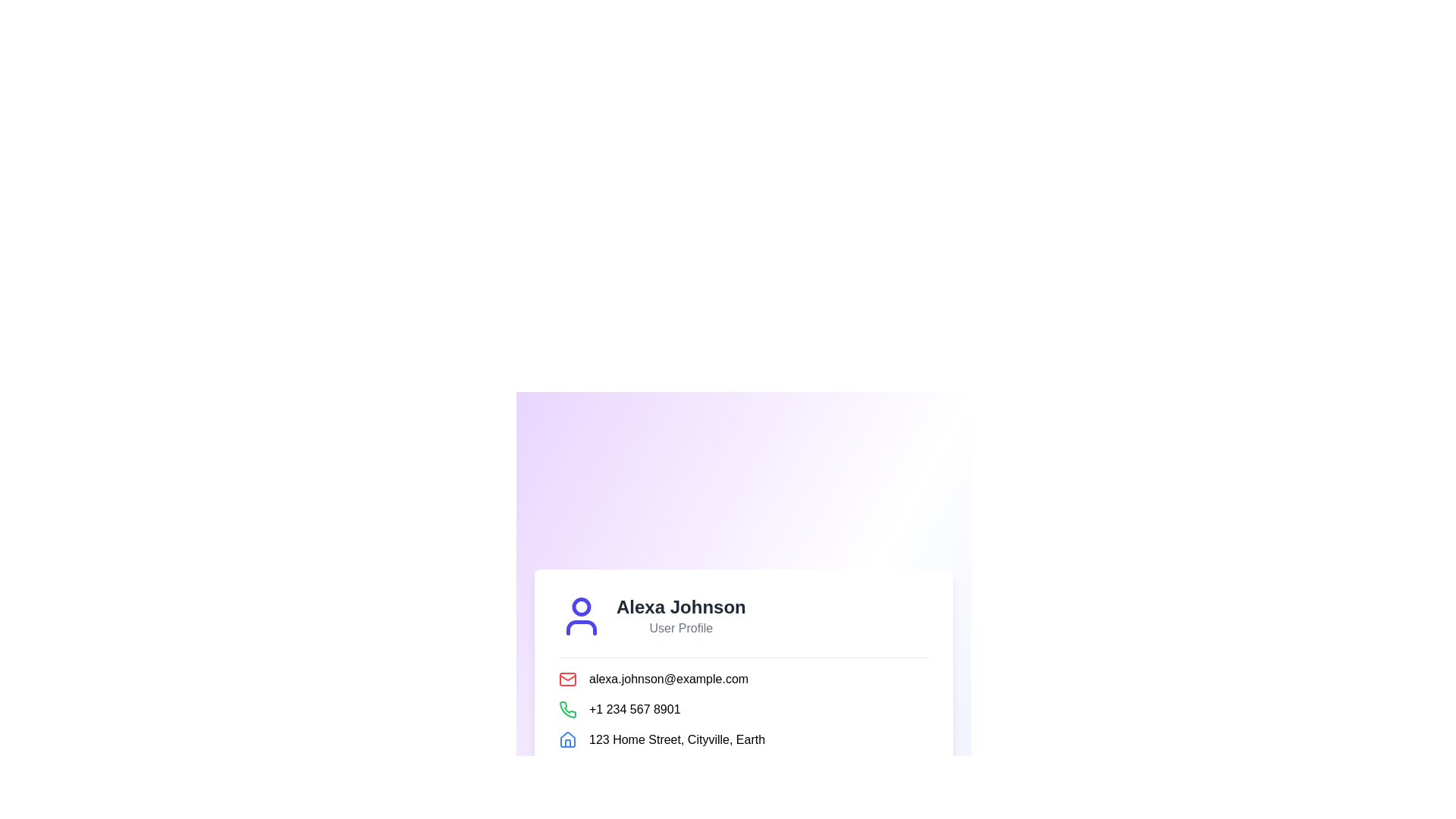  Describe the element at coordinates (743, 709) in the screenshot. I see `phone number displayed as the second element in a vertically-arranged list of contact details, located between an email and an address` at that location.